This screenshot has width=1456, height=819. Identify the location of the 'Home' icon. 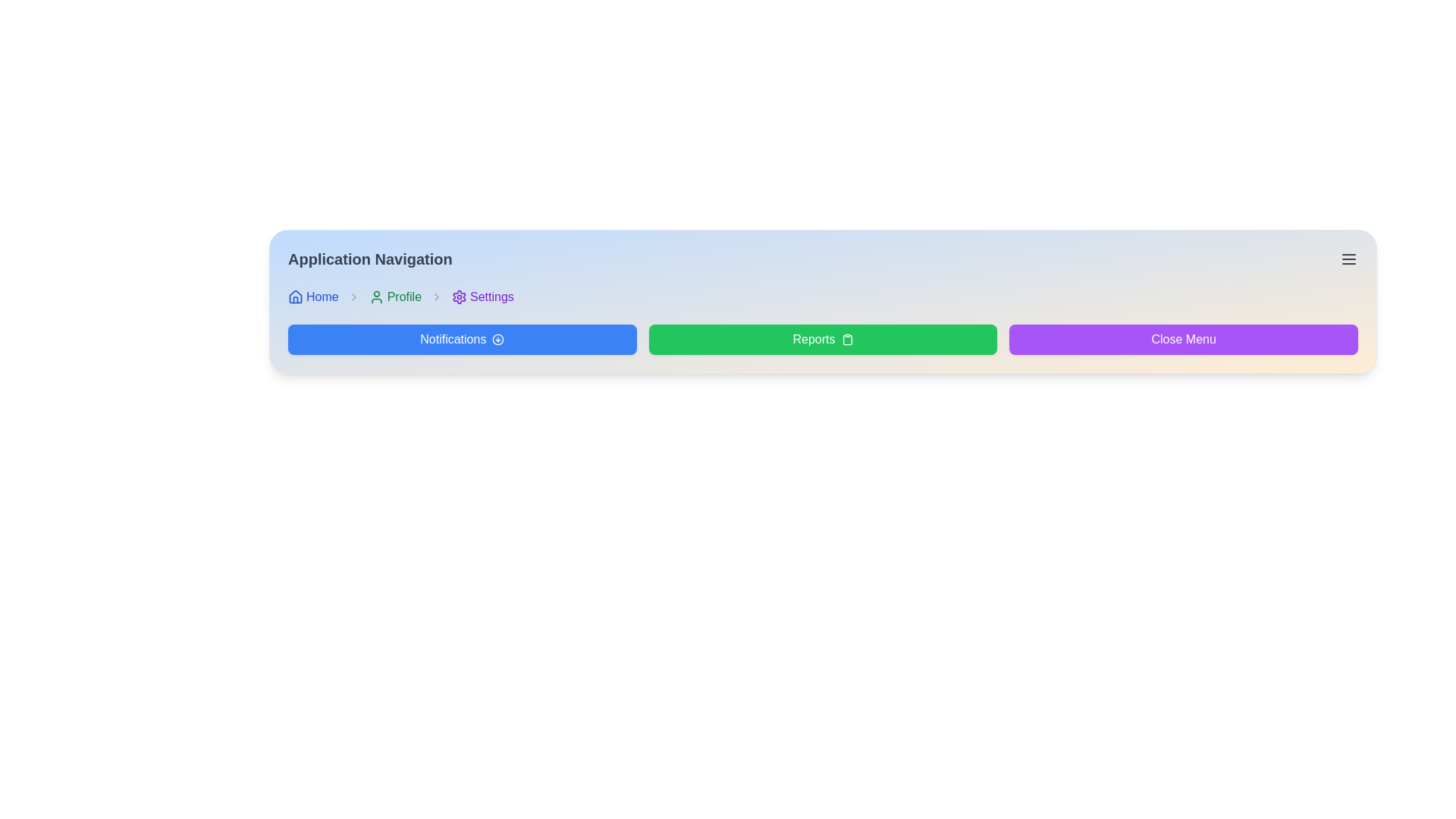
(295, 297).